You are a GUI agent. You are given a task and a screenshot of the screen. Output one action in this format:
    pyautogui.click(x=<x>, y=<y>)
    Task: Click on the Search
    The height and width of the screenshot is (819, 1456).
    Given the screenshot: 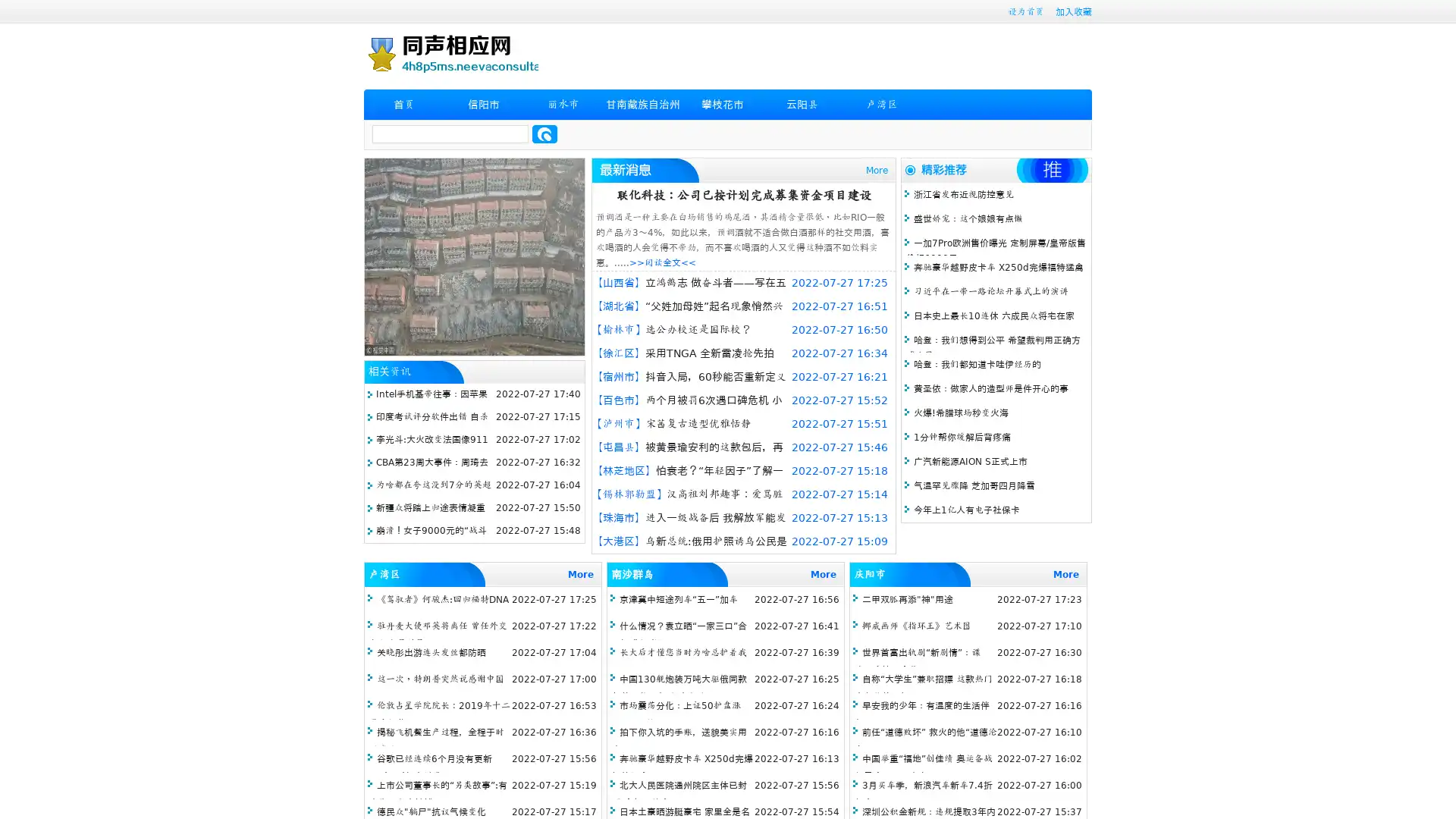 What is the action you would take?
    pyautogui.click(x=544, y=133)
    